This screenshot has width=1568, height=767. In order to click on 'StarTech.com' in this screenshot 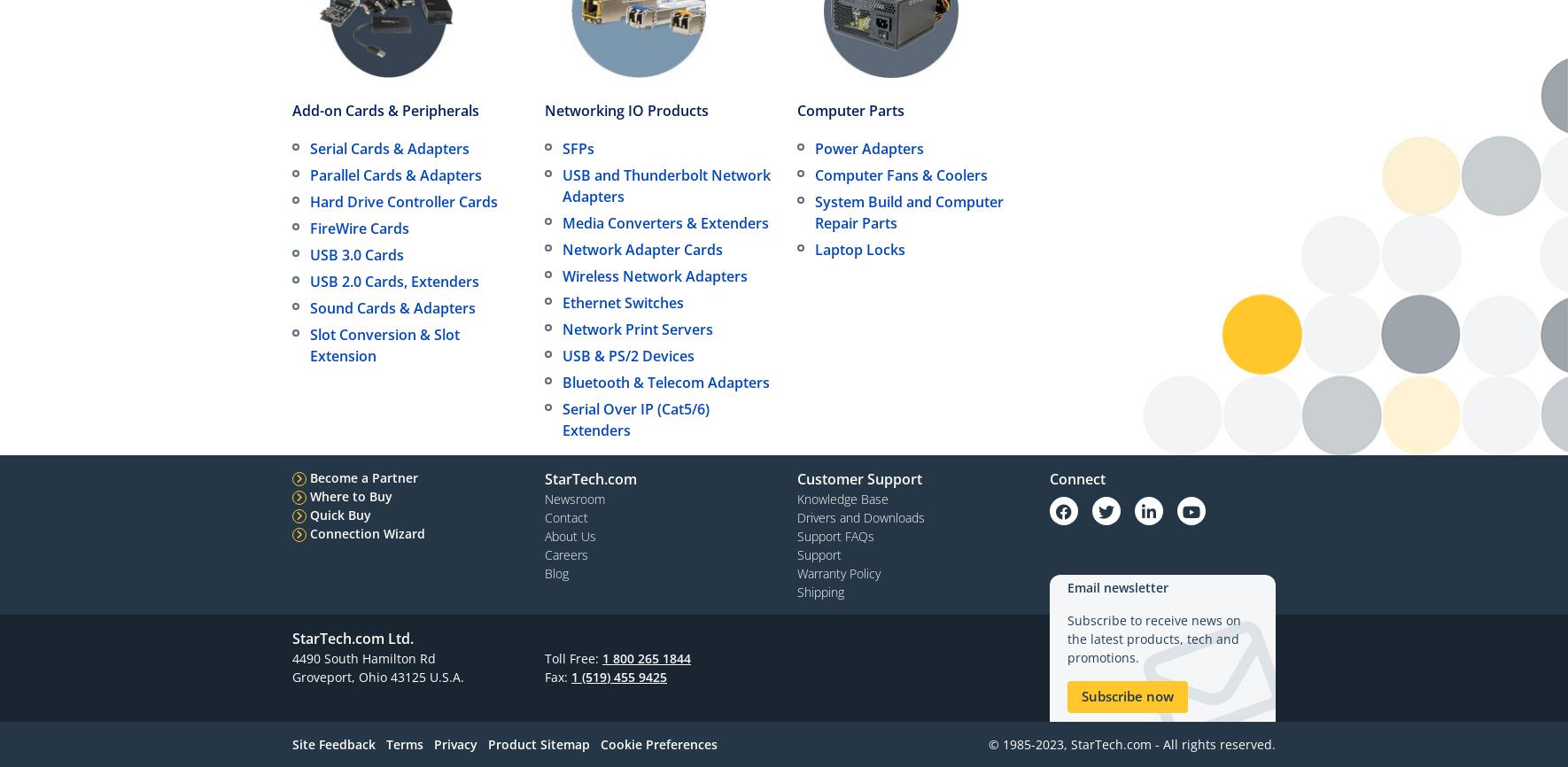, I will do `click(589, 478)`.